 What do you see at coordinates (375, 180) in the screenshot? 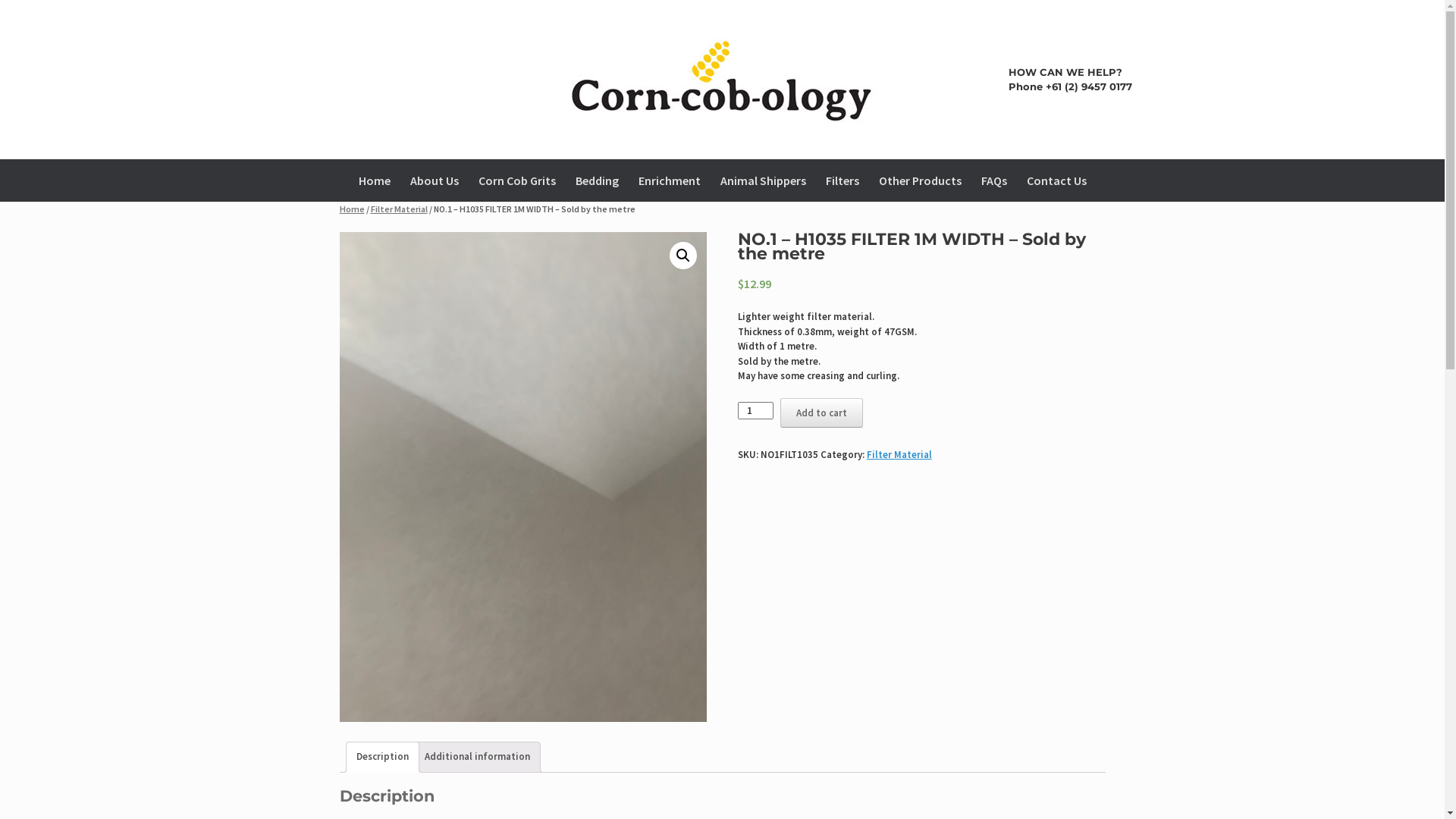
I see `'Home'` at bounding box center [375, 180].